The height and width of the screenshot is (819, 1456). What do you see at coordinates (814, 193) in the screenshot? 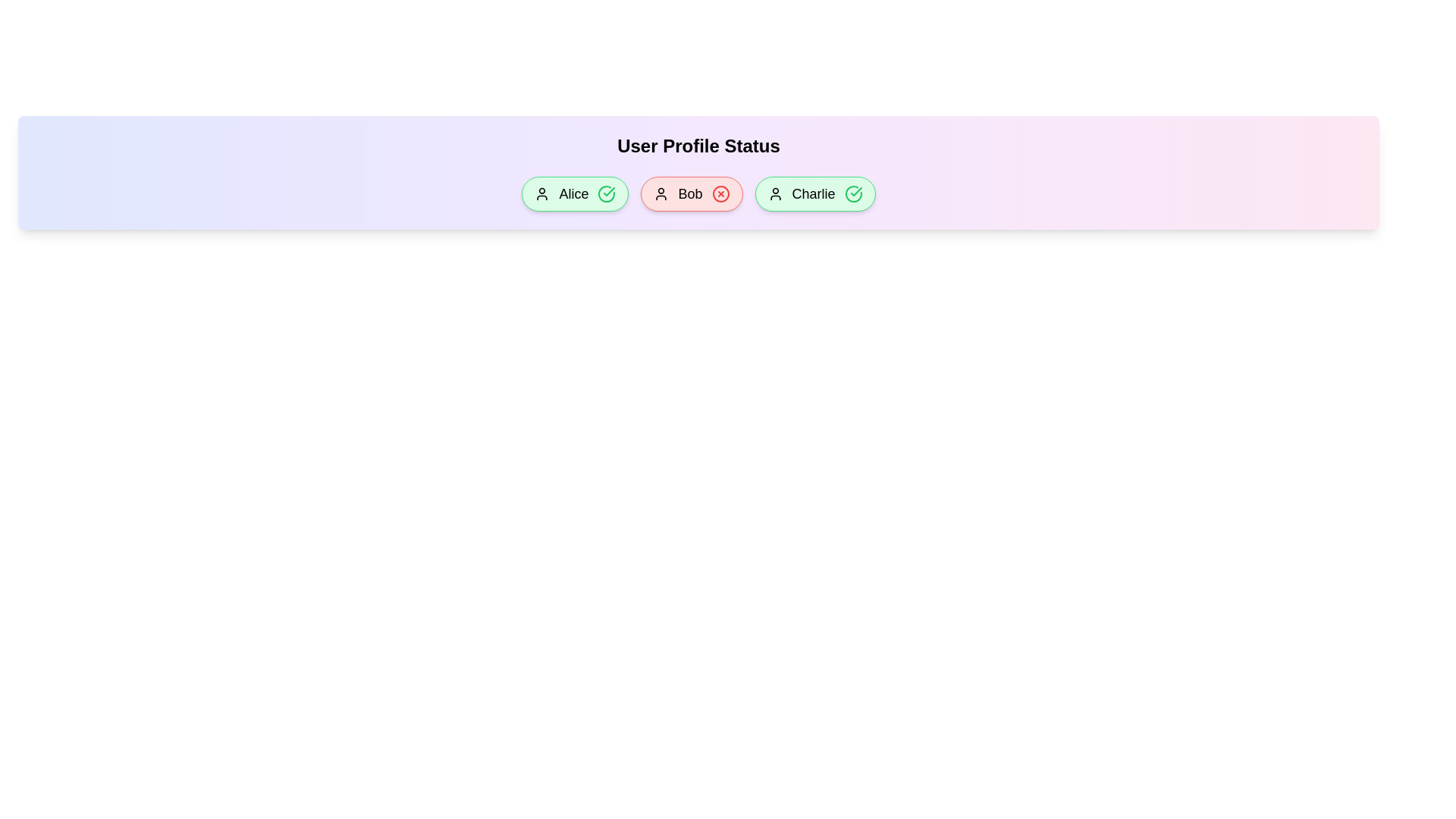
I see `the profile chip corresponding to Charlie to toggle its active status` at bounding box center [814, 193].